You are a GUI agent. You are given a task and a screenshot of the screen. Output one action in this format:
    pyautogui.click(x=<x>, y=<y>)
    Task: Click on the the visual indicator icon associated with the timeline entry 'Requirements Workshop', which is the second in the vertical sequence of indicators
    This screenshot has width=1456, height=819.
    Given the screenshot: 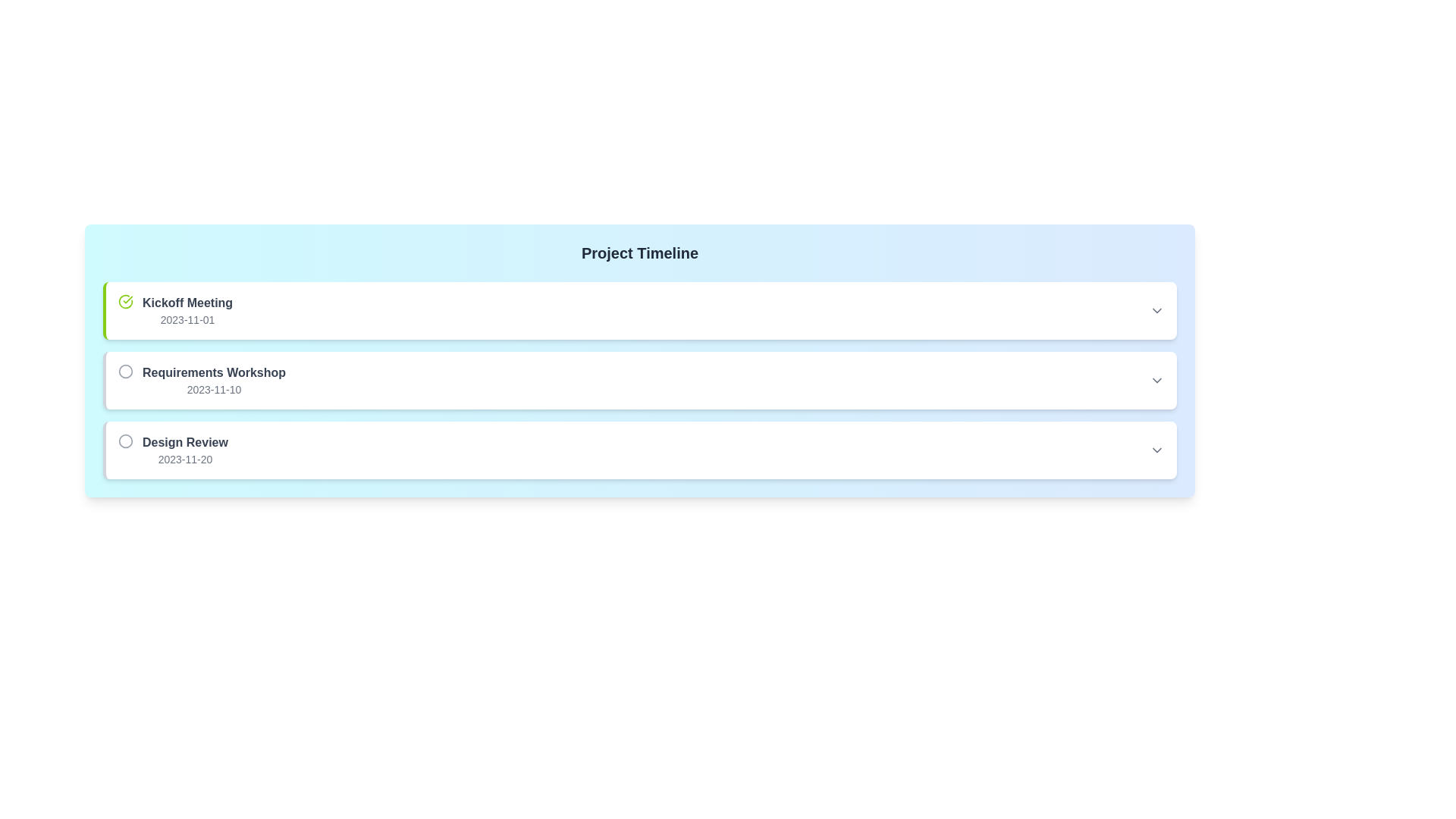 What is the action you would take?
    pyautogui.click(x=126, y=371)
    